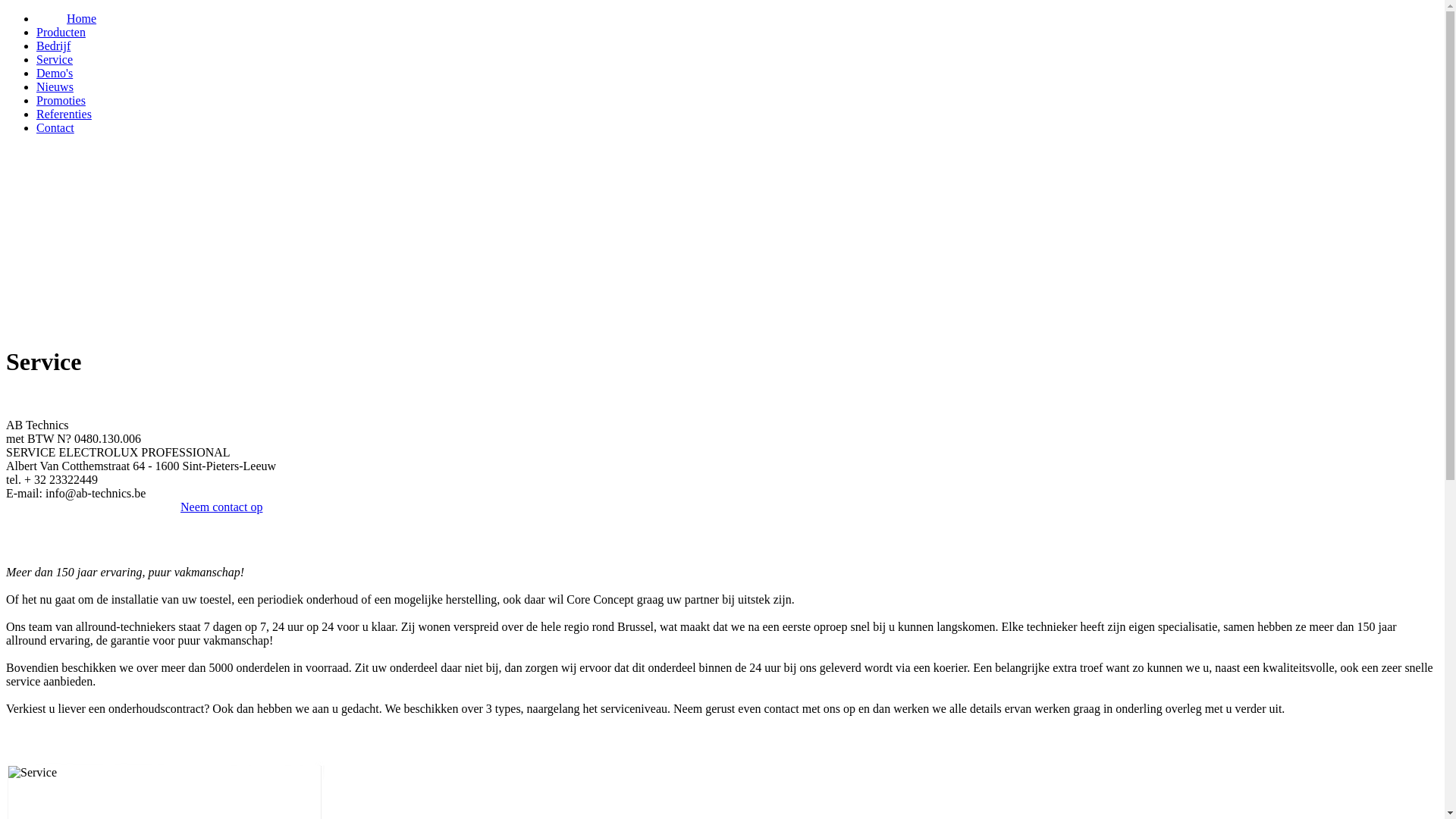  I want to click on 'Referenties', so click(63, 113).